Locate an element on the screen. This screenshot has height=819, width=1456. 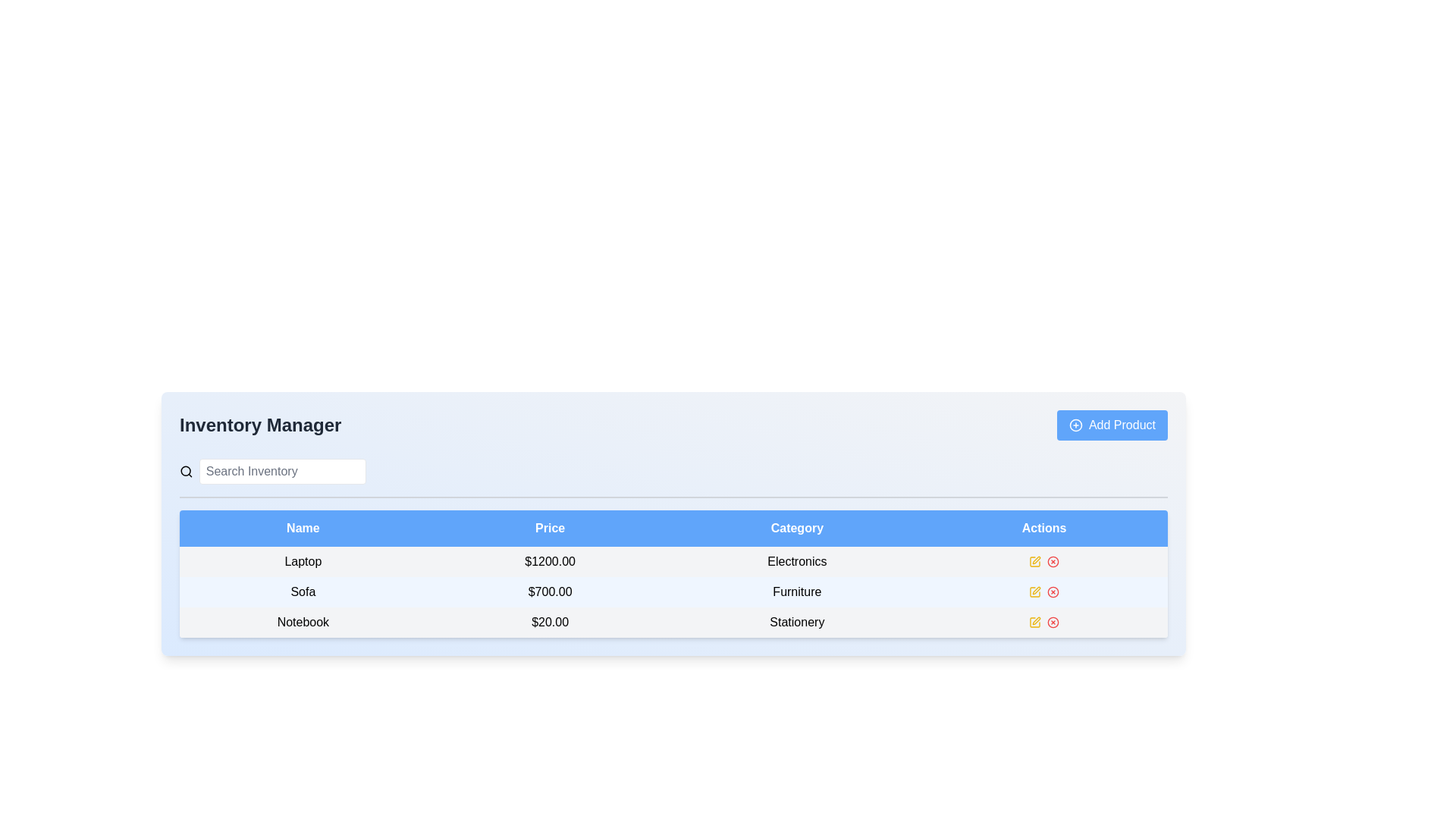
the edit action icon/button resembling a slanted pen tip, located in the 'Actions' column of the last row in the table is located at coordinates (1036, 560).